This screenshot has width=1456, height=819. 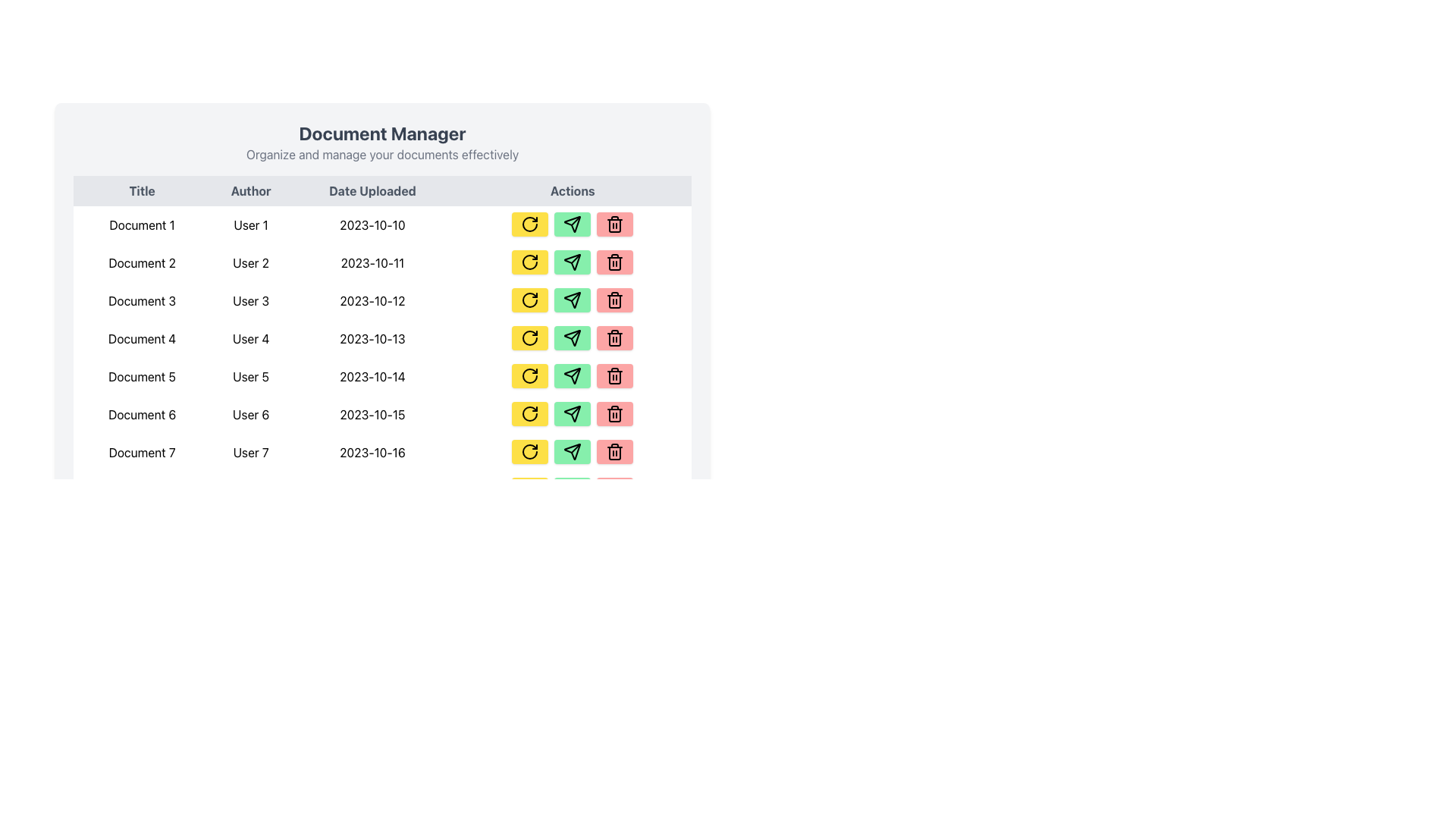 What do you see at coordinates (615, 375) in the screenshot?
I see `the delete button for 'Document 6', which is the third button in the 'Actions' column` at bounding box center [615, 375].